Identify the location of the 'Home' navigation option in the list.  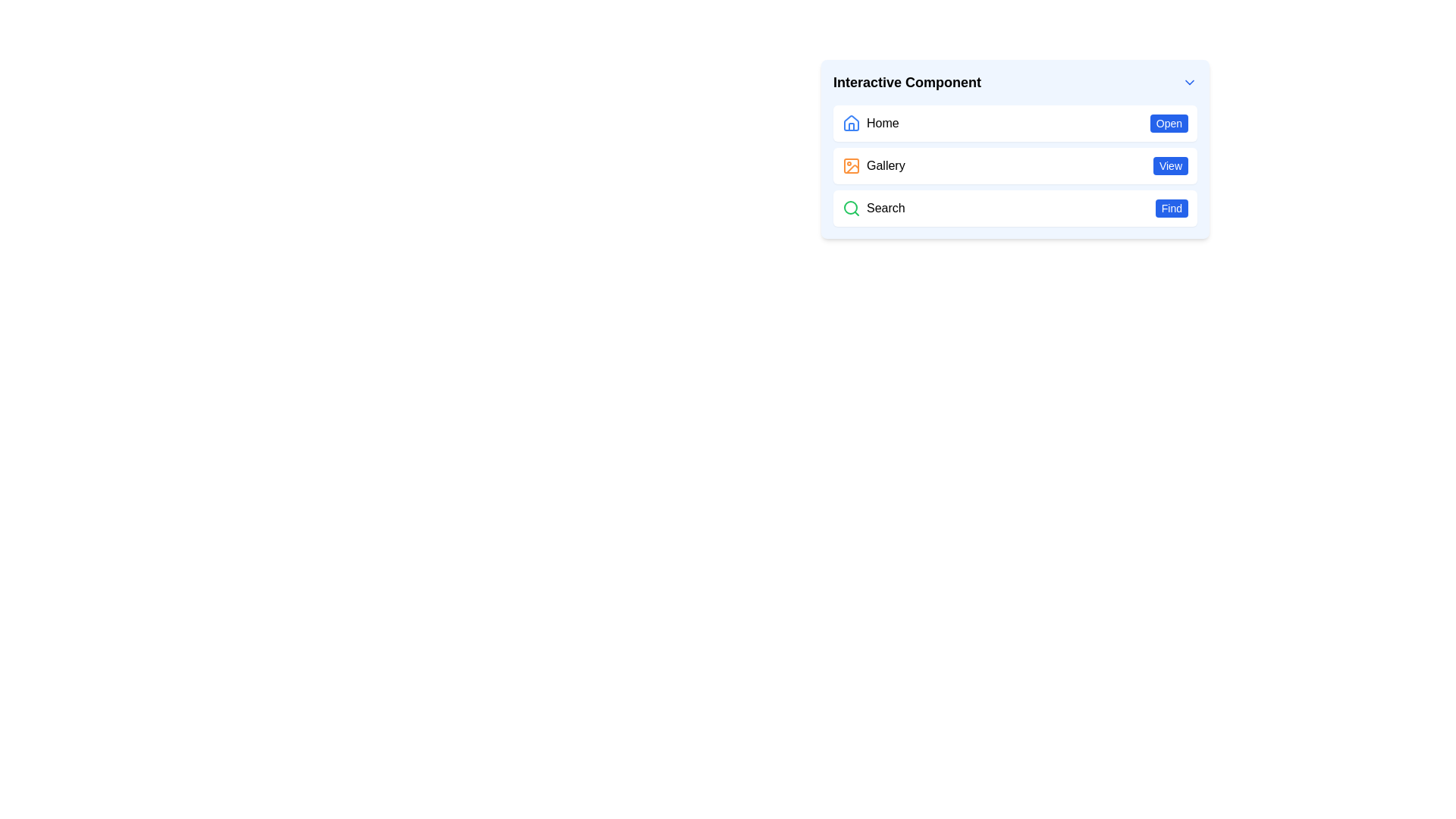
(1015, 122).